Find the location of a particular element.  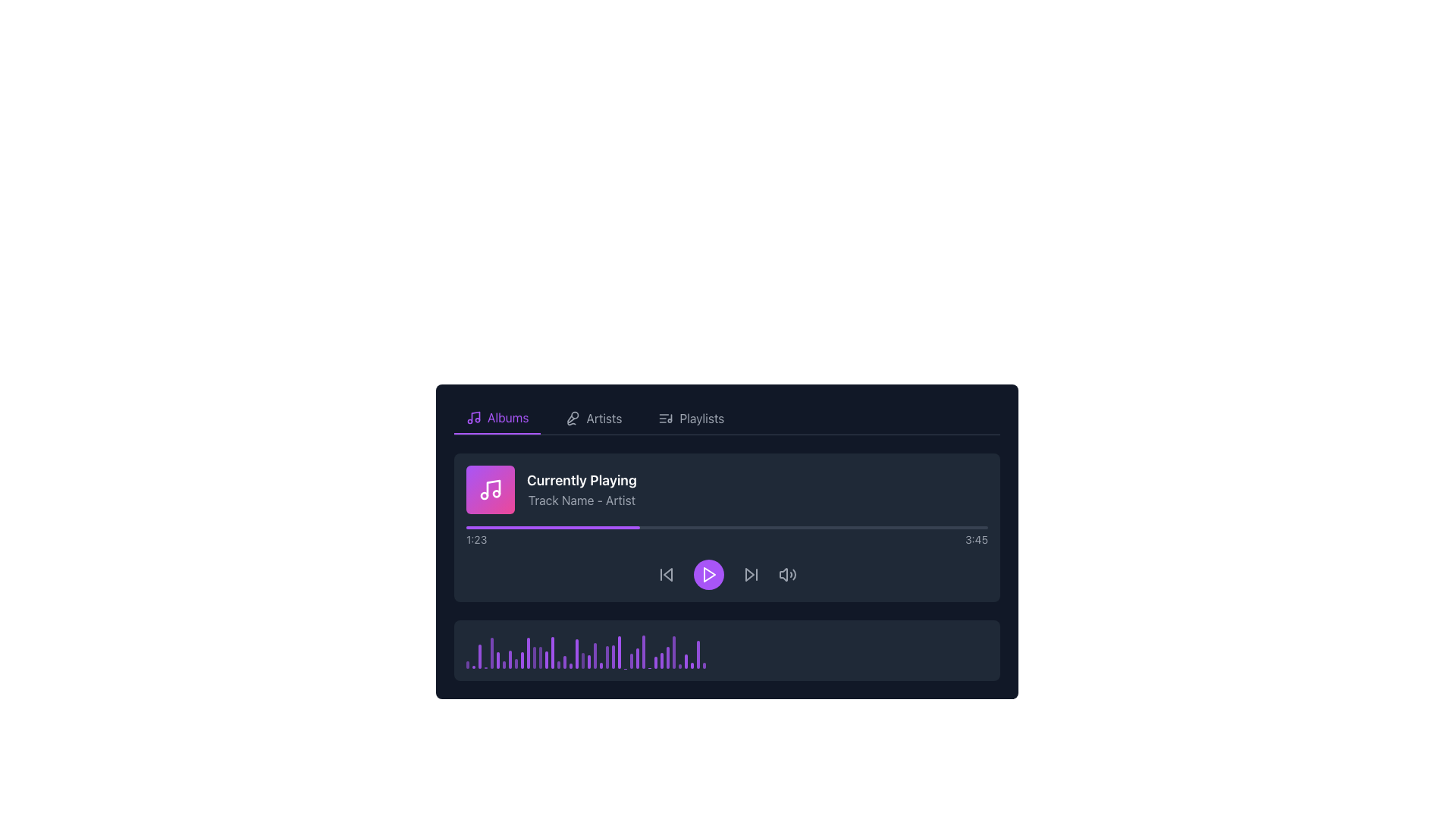

the 29th bar chart column in the media player interface, which represents a data point for the amplitude or frequency of sound is located at coordinates (667, 657).